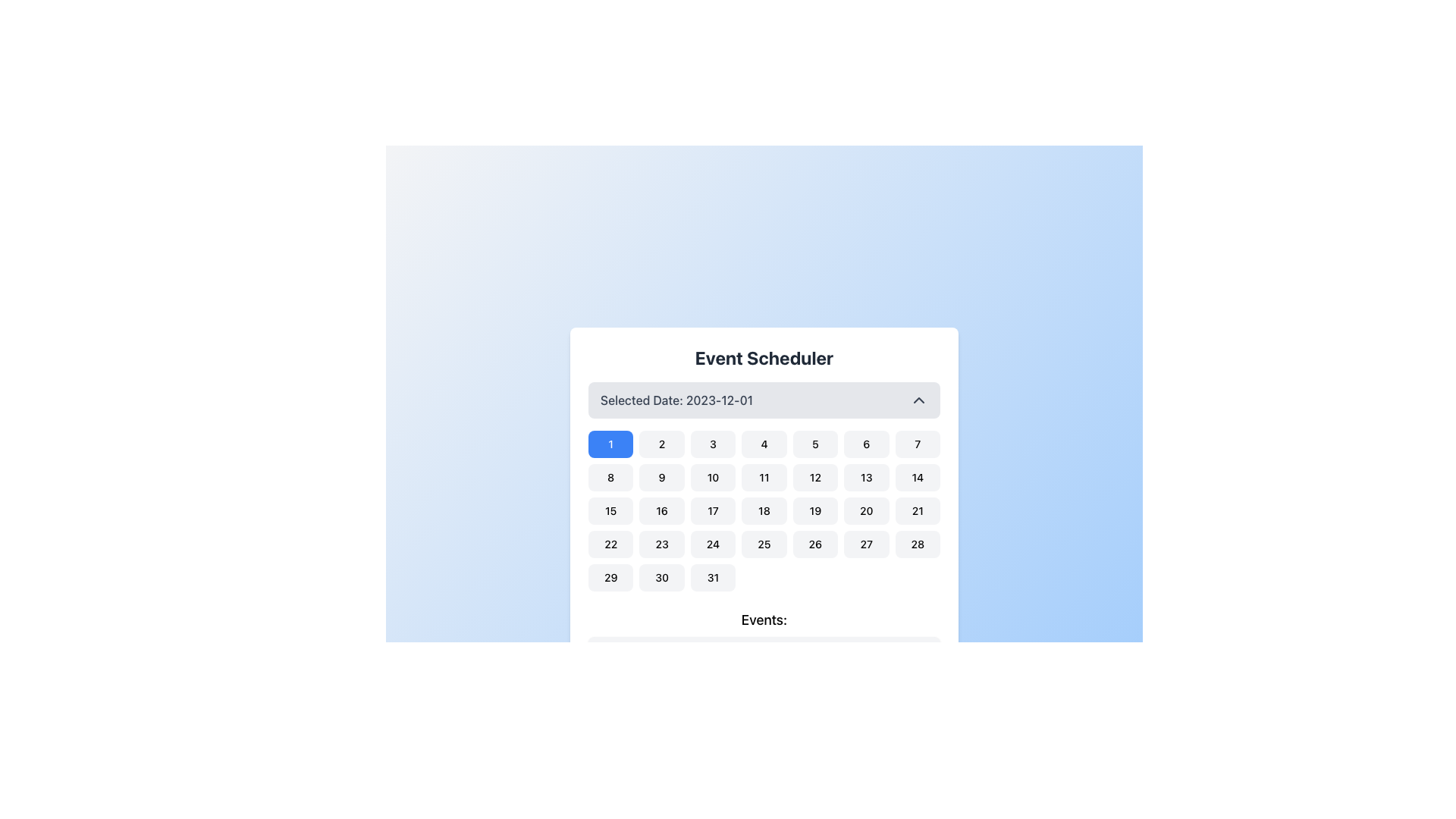  What do you see at coordinates (662, 476) in the screenshot?
I see `the ninth cell in the calendar grid` at bounding box center [662, 476].